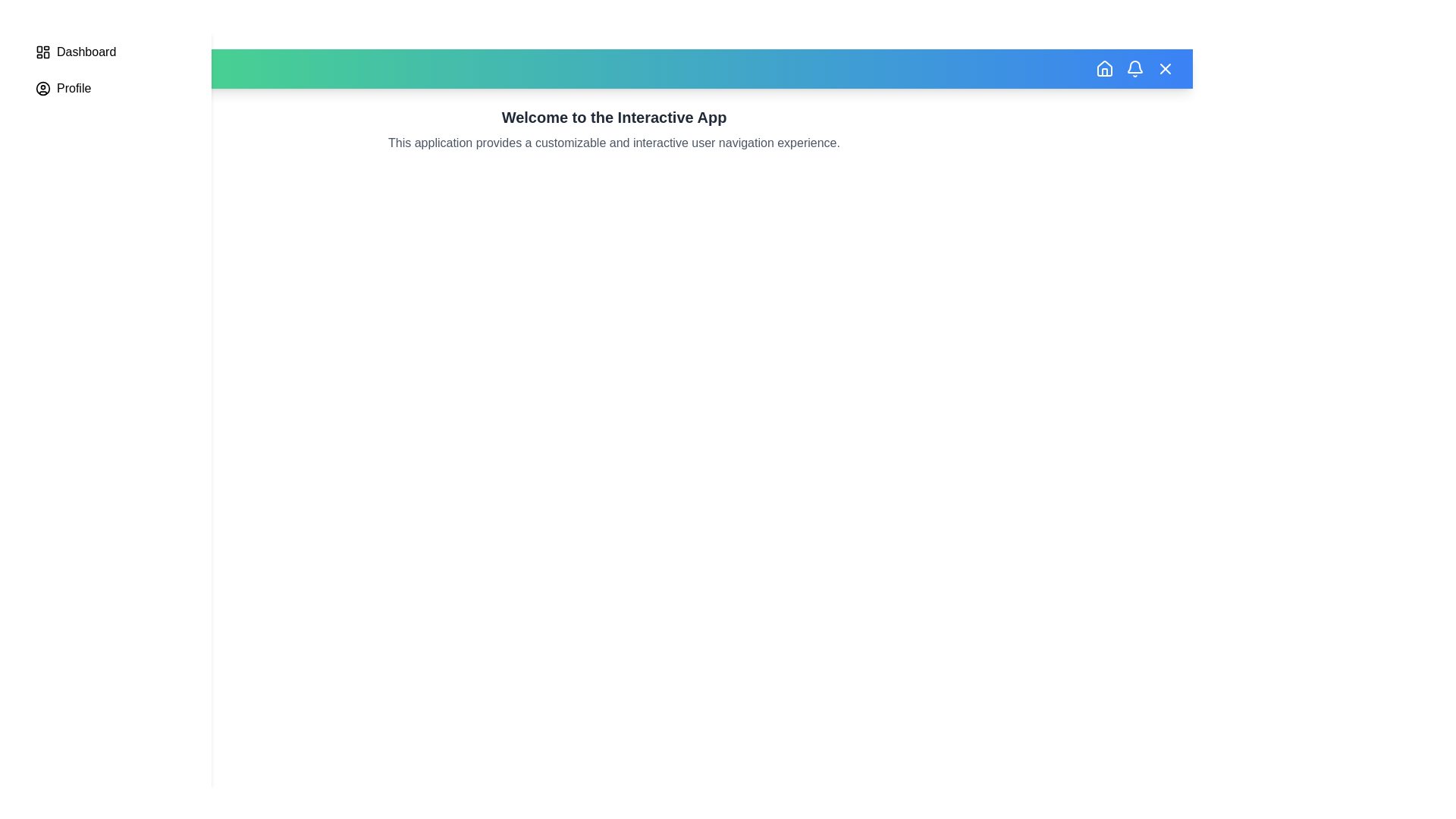 The height and width of the screenshot is (819, 1456). Describe the element at coordinates (614, 143) in the screenshot. I see `the descriptive paragraph text that provides an overview of the application's purpose and features, located below the title 'Welcome to the Interactive App'` at that location.